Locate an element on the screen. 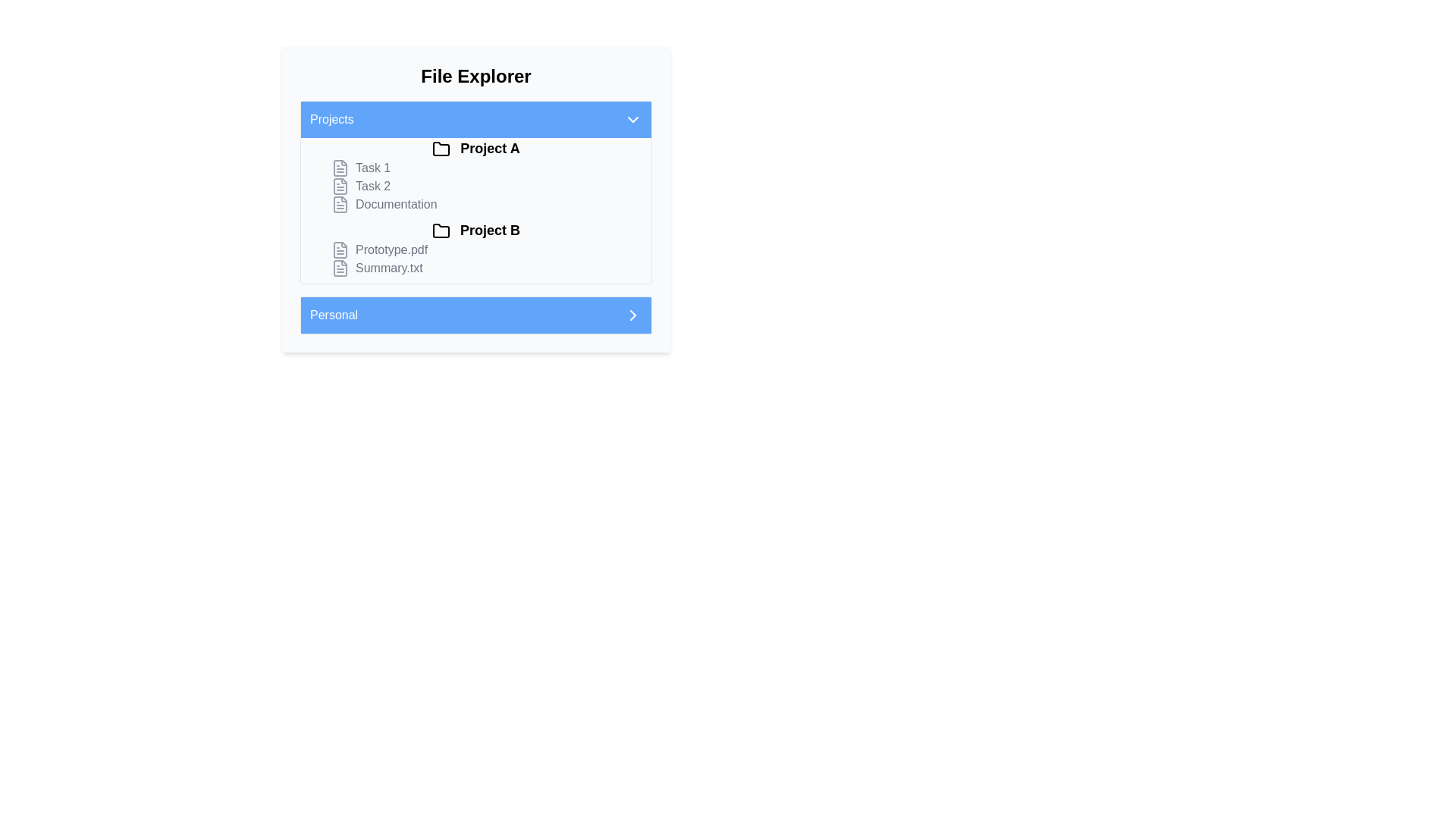  the text label displaying the title 'Project B' is located at coordinates (475, 231).